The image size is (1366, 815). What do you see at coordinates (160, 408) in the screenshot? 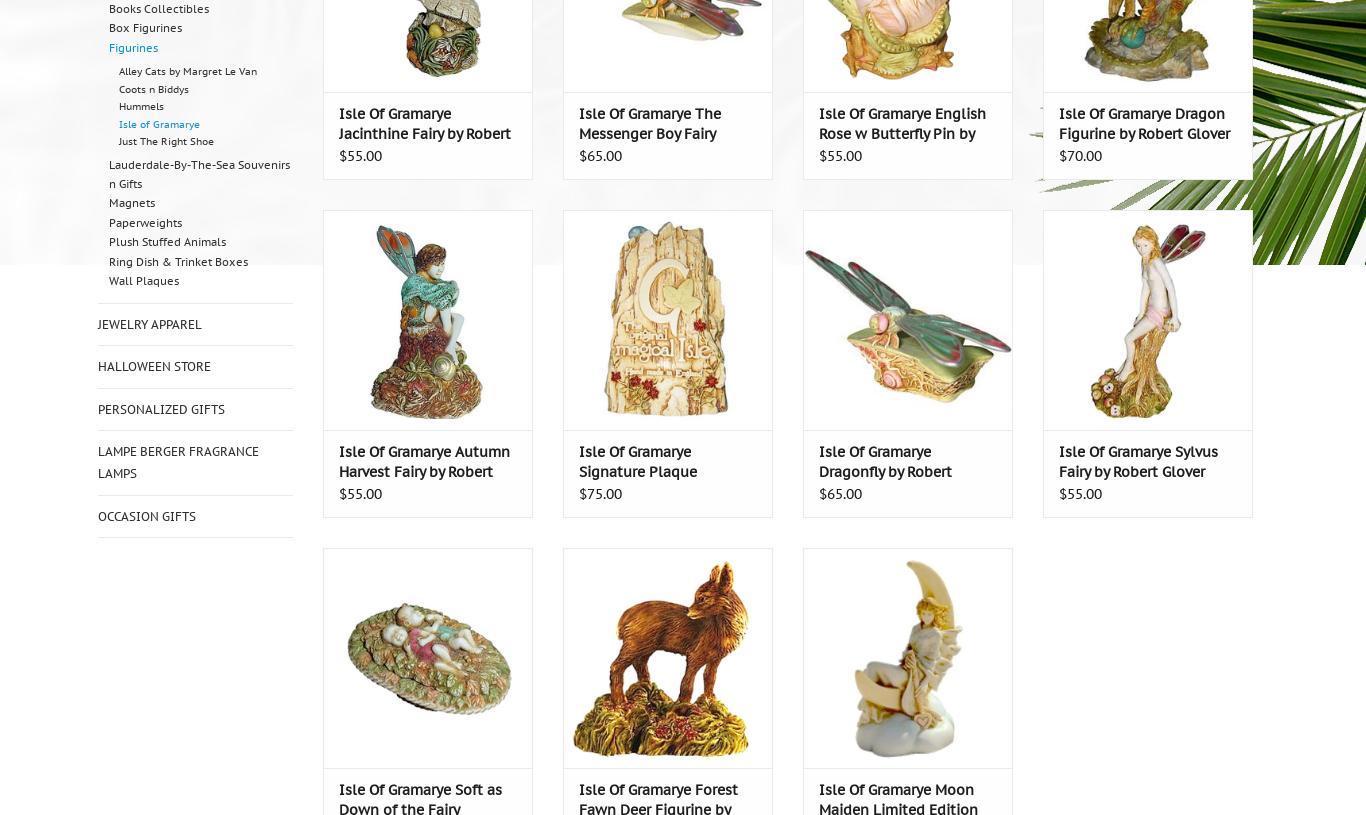
I see `'Personalized Gifts'` at bounding box center [160, 408].